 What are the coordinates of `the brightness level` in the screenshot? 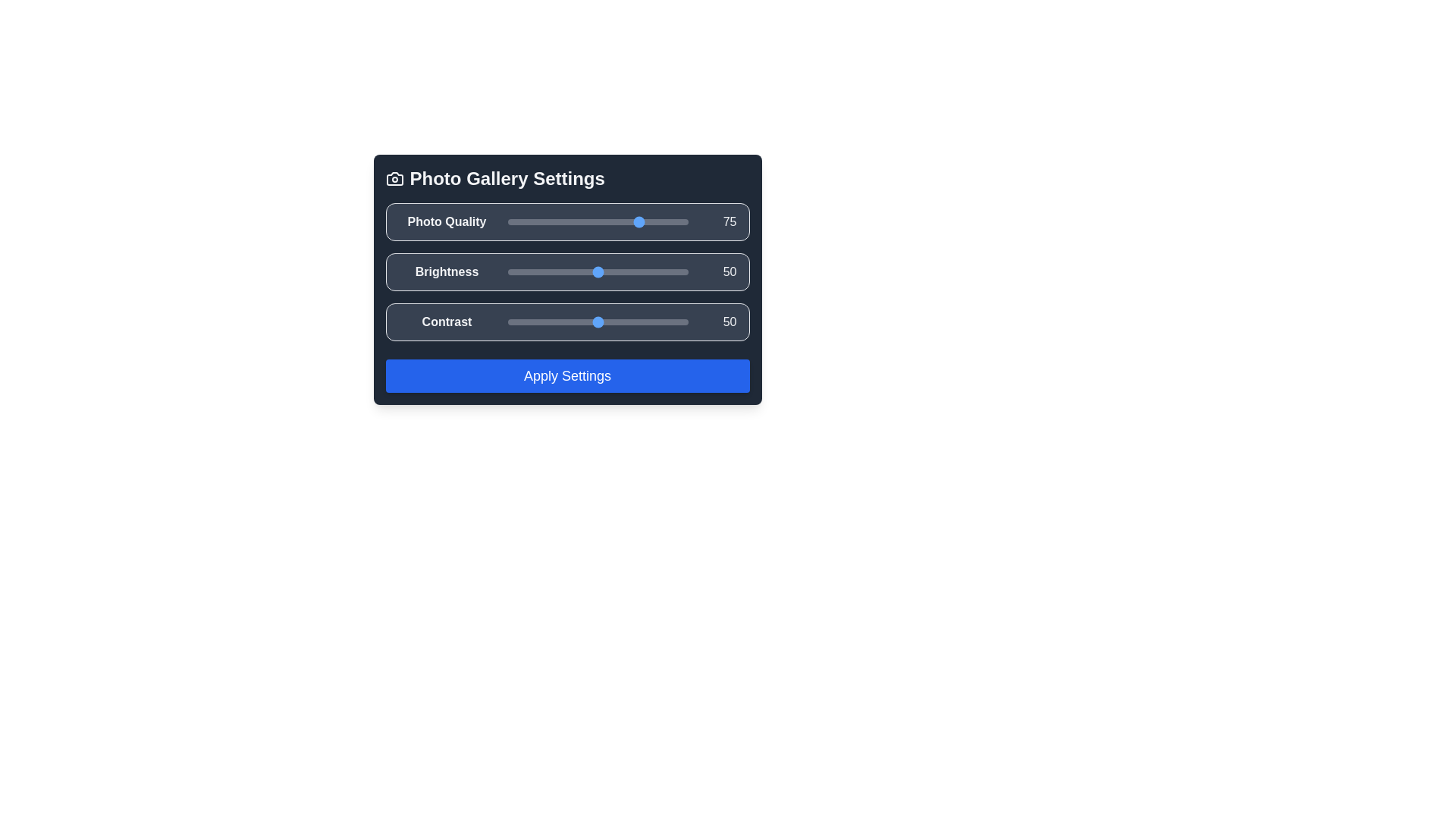 It's located at (589, 271).